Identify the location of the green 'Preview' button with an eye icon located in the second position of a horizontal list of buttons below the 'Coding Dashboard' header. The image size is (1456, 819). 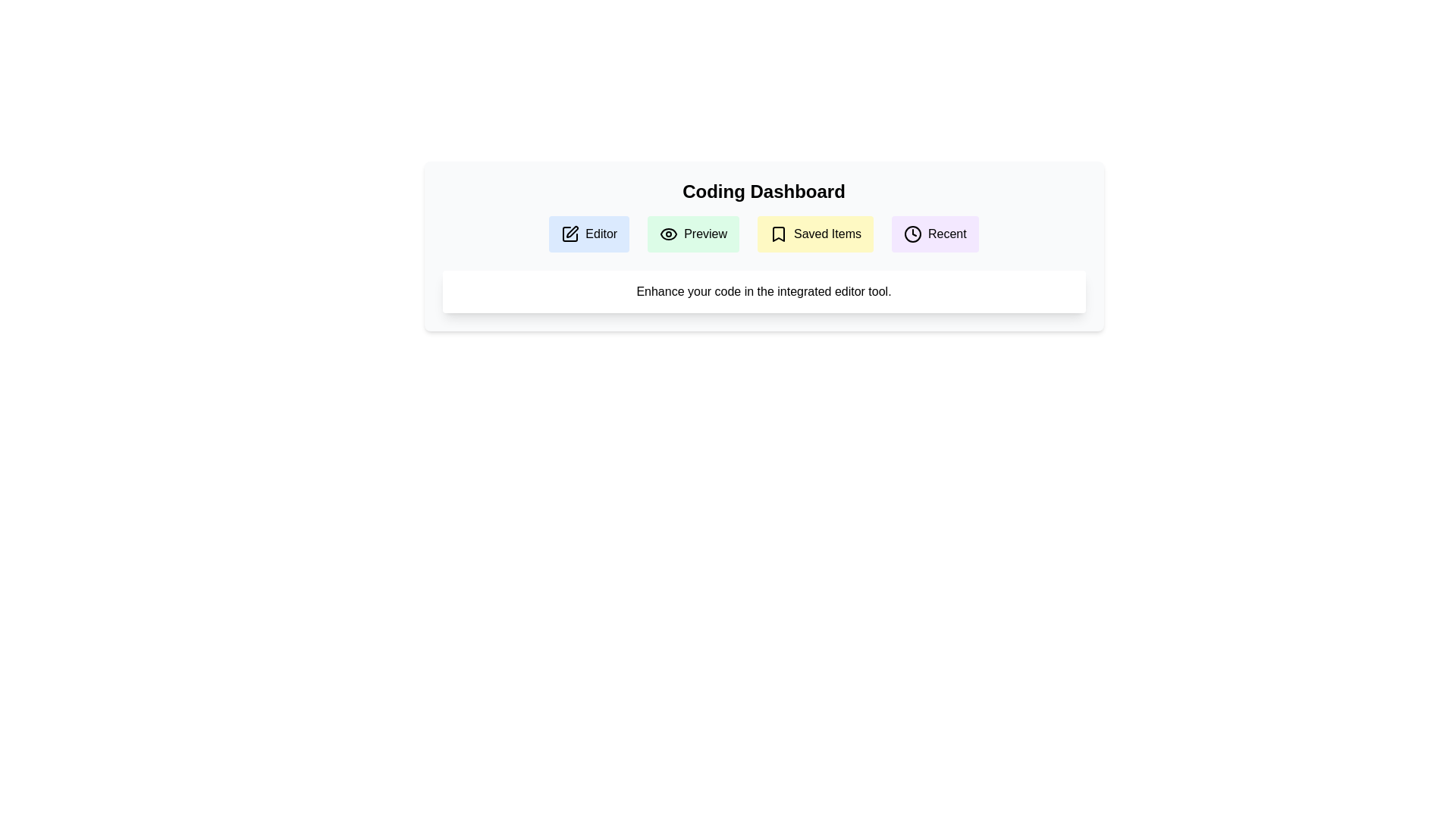
(692, 234).